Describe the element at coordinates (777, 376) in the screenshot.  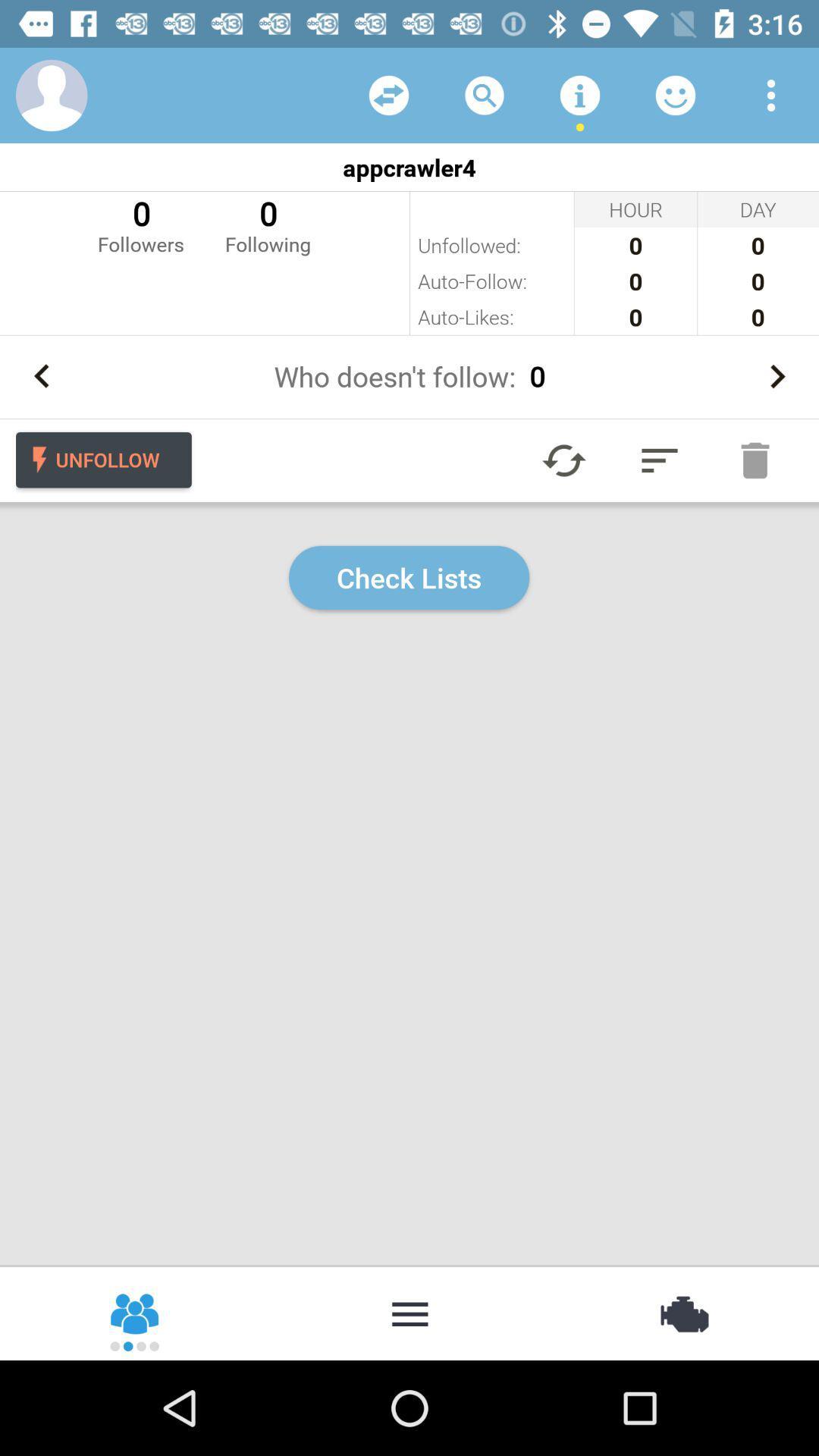
I see `next page` at that location.